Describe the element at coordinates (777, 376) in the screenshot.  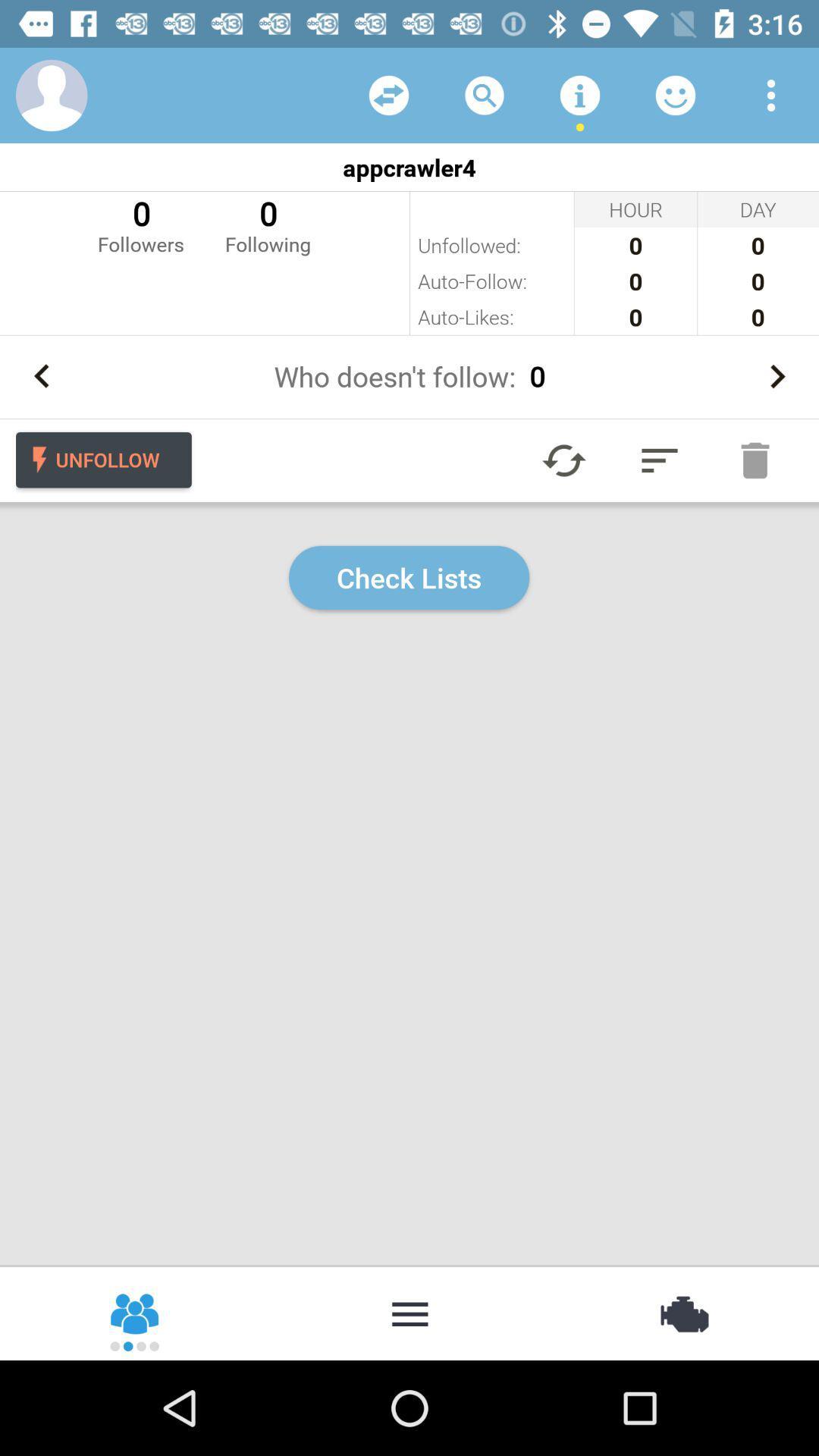
I see `next page` at that location.